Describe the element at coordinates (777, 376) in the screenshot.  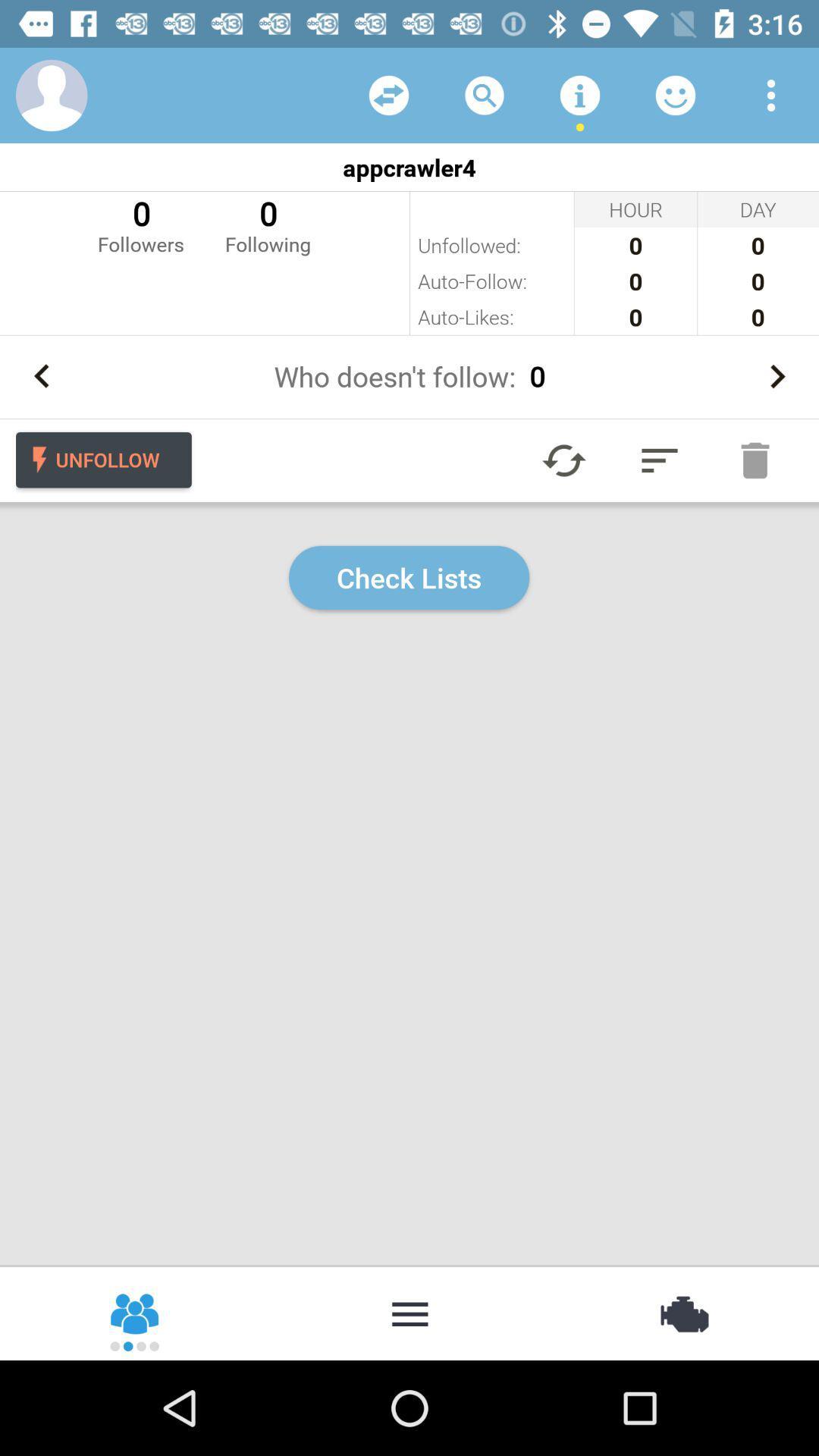
I see `next page` at that location.